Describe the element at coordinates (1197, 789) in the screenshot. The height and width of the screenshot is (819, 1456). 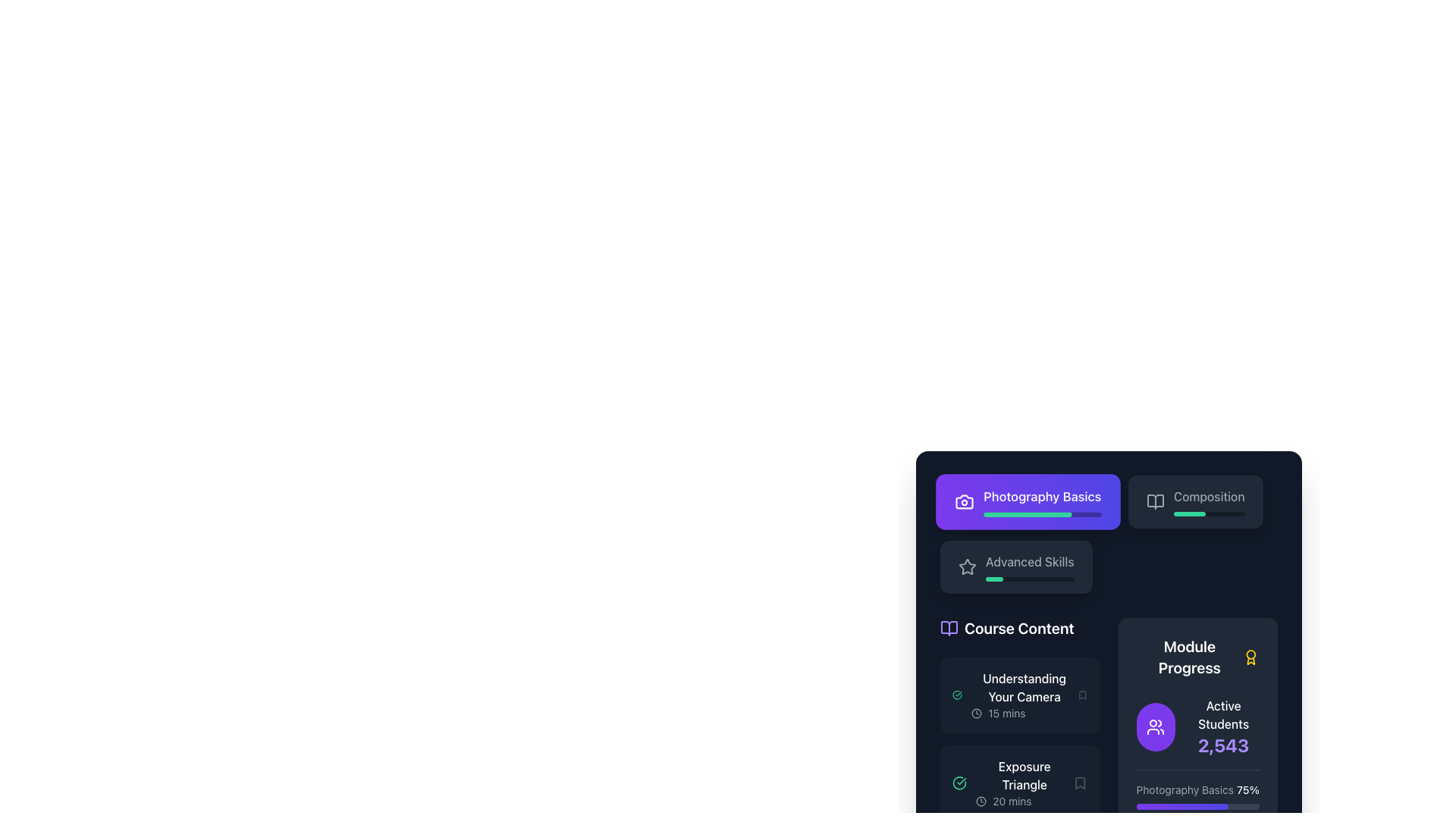
I see `information displayed in the text-based informational block representing the completion percentage for the 'Photography Basics' module, located in the 'Module Progress' section` at that location.